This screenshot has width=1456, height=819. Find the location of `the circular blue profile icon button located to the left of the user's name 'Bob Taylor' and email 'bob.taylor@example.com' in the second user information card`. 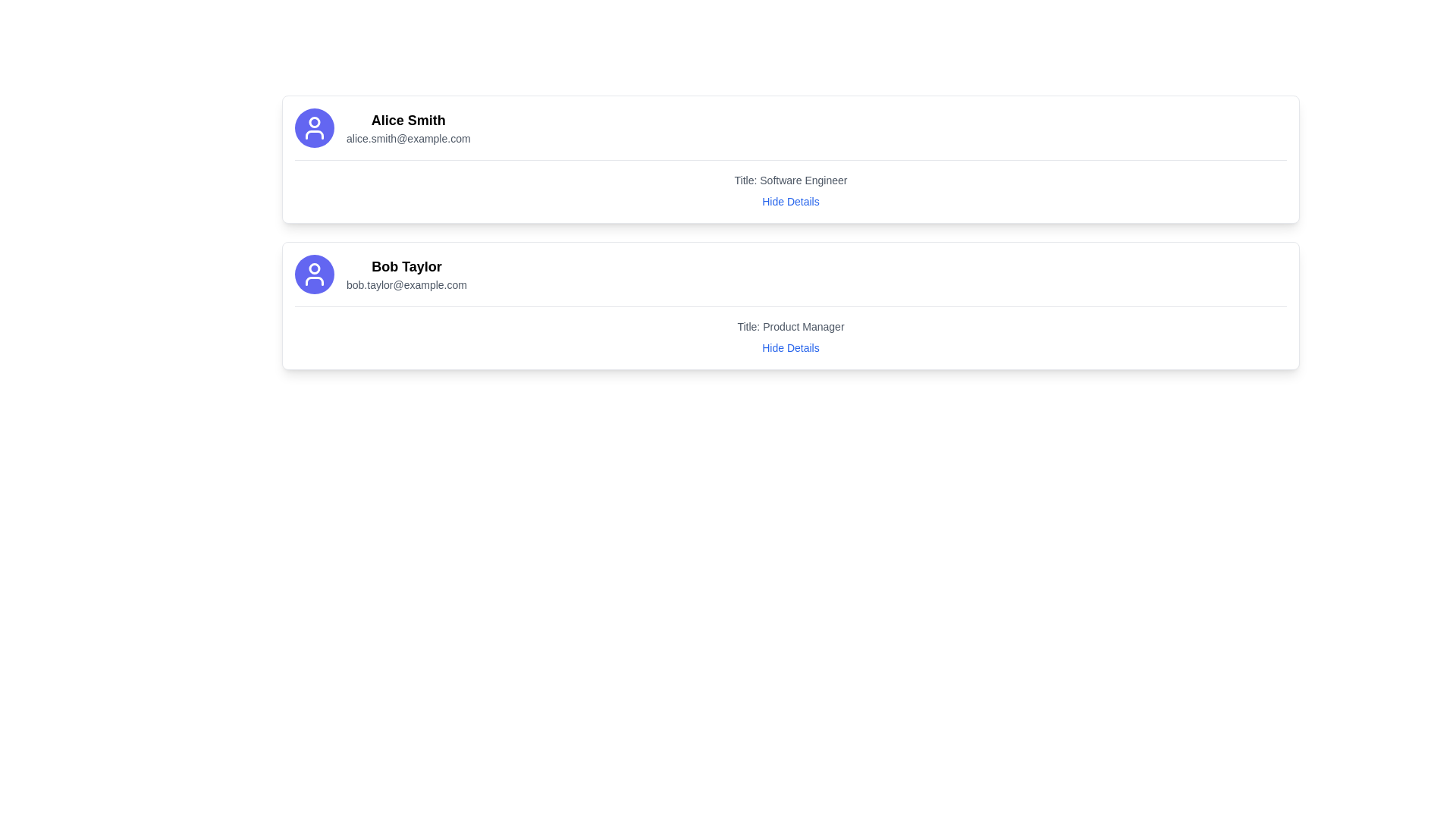

the circular blue profile icon button located to the left of the user's name 'Bob Taylor' and email 'bob.taylor@example.com' in the second user information card is located at coordinates (313, 275).